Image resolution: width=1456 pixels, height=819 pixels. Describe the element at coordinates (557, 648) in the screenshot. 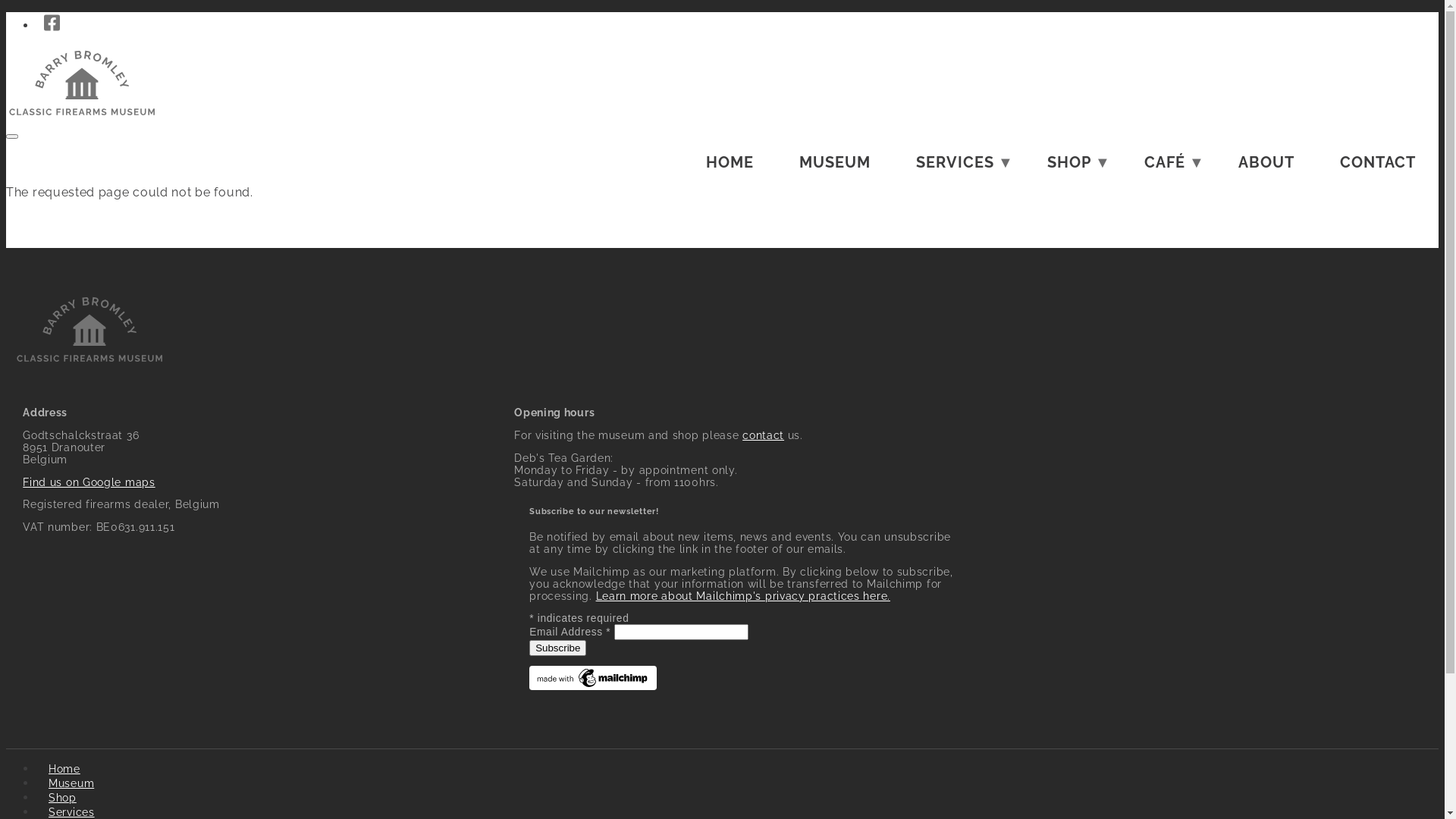

I see `'Subscribe'` at that location.